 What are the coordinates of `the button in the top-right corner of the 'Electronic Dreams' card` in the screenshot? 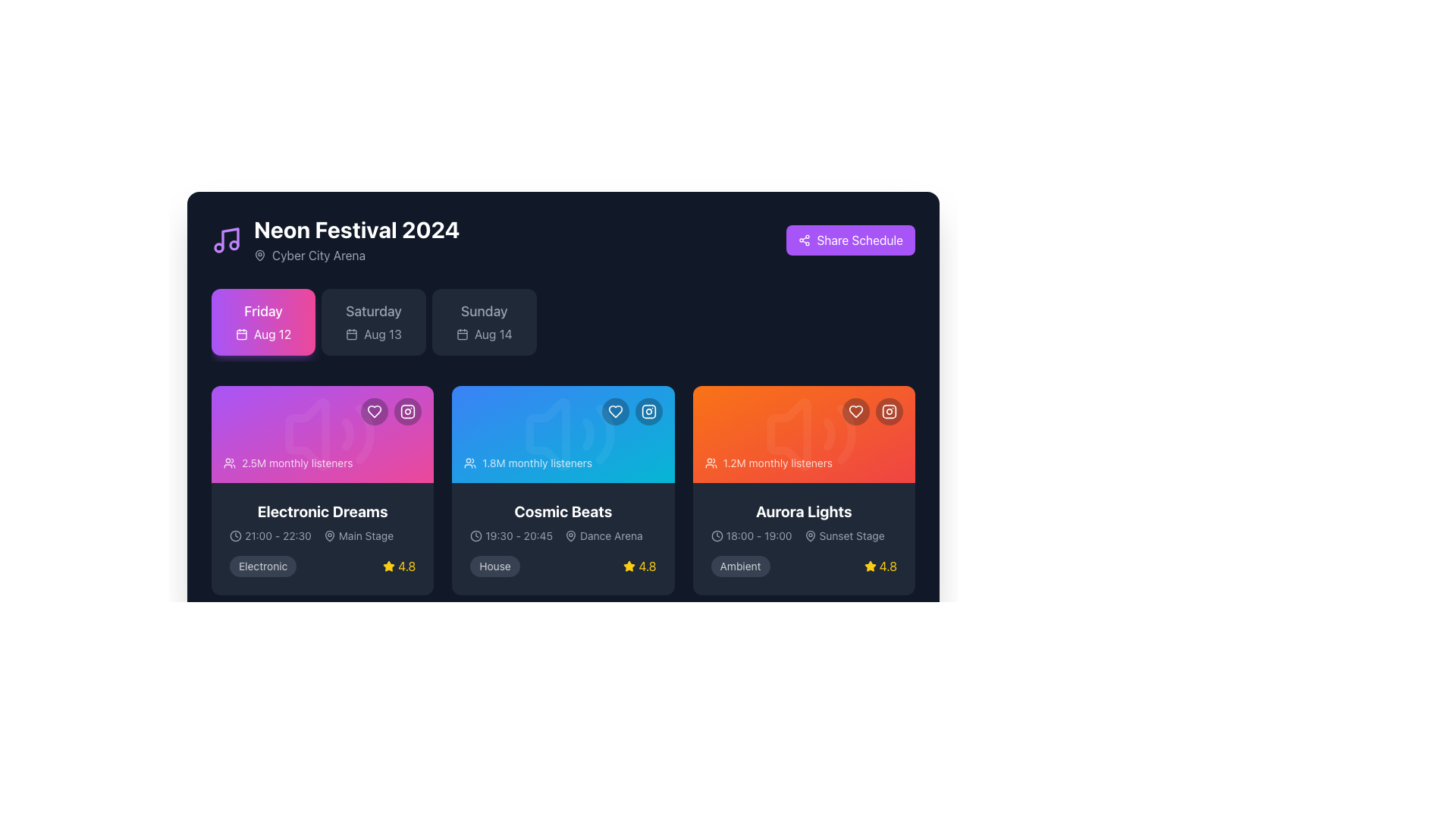 It's located at (375, 412).